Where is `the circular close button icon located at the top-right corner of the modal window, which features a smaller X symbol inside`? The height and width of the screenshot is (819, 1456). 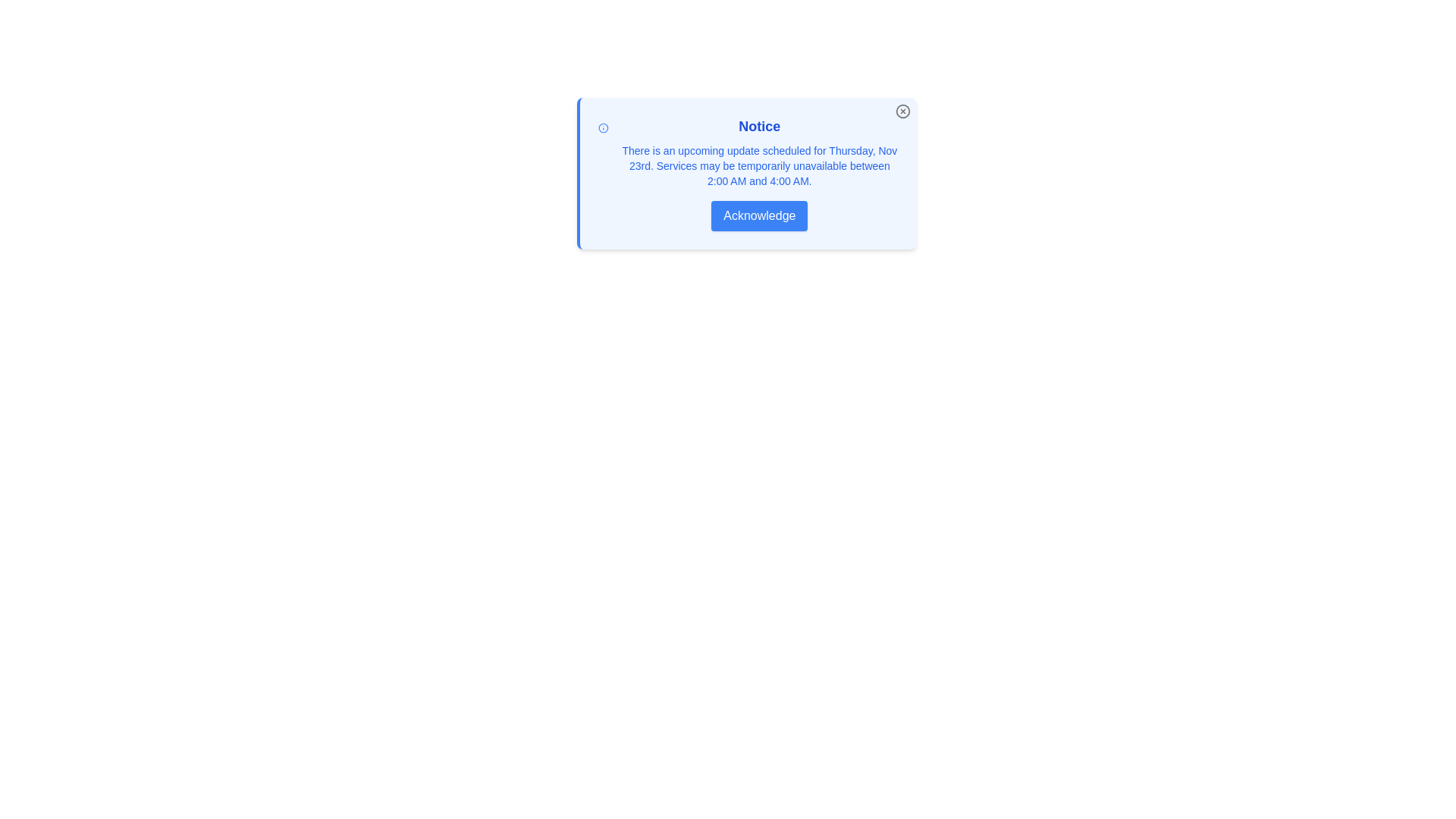 the circular close button icon located at the top-right corner of the modal window, which features a smaller X symbol inside is located at coordinates (902, 110).